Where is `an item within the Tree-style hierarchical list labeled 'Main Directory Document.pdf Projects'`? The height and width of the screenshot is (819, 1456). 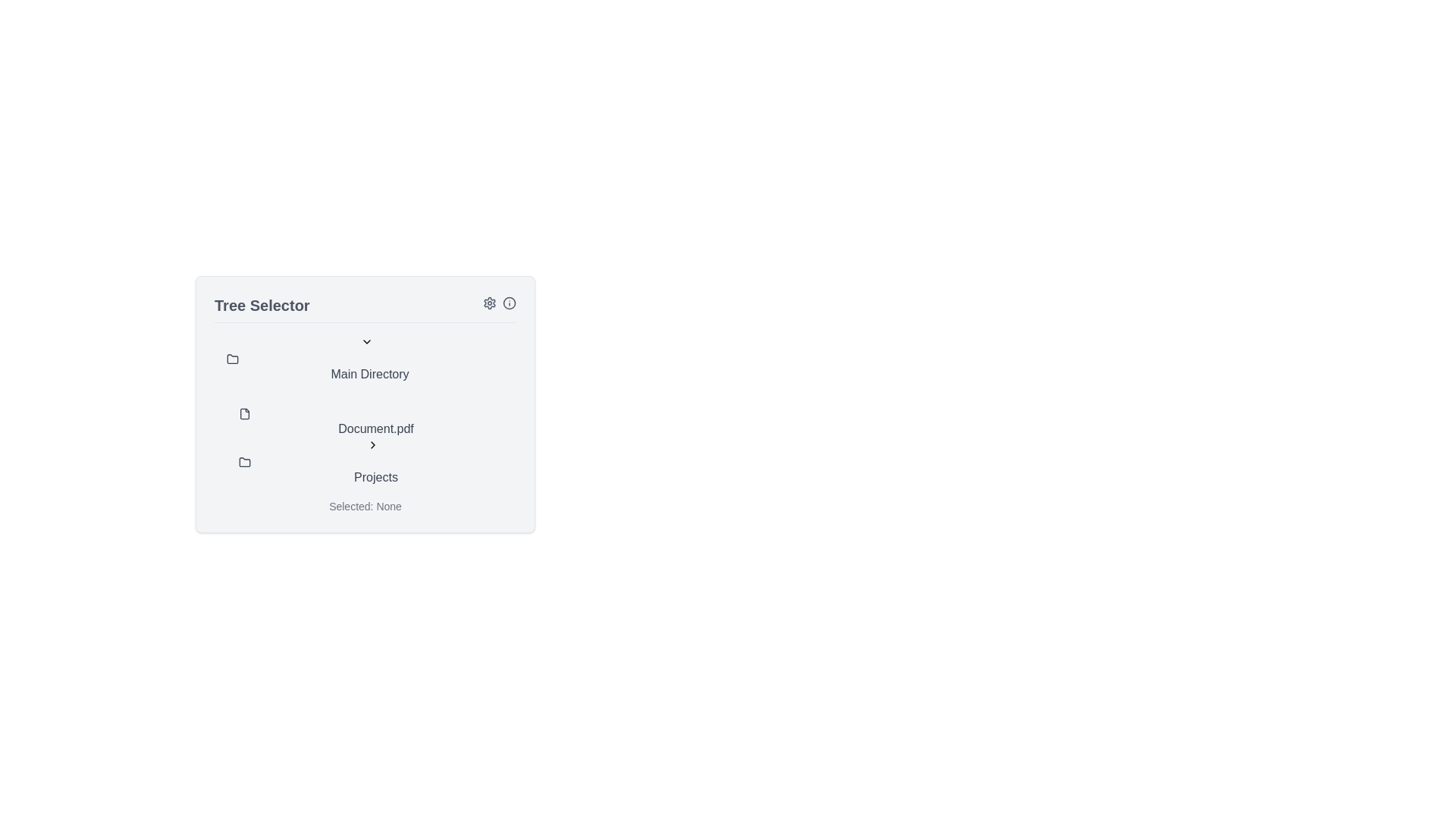 an item within the Tree-style hierarchical list labeled 'Main Directory Document.pdf Projects' is located at coordinates (365, 411).